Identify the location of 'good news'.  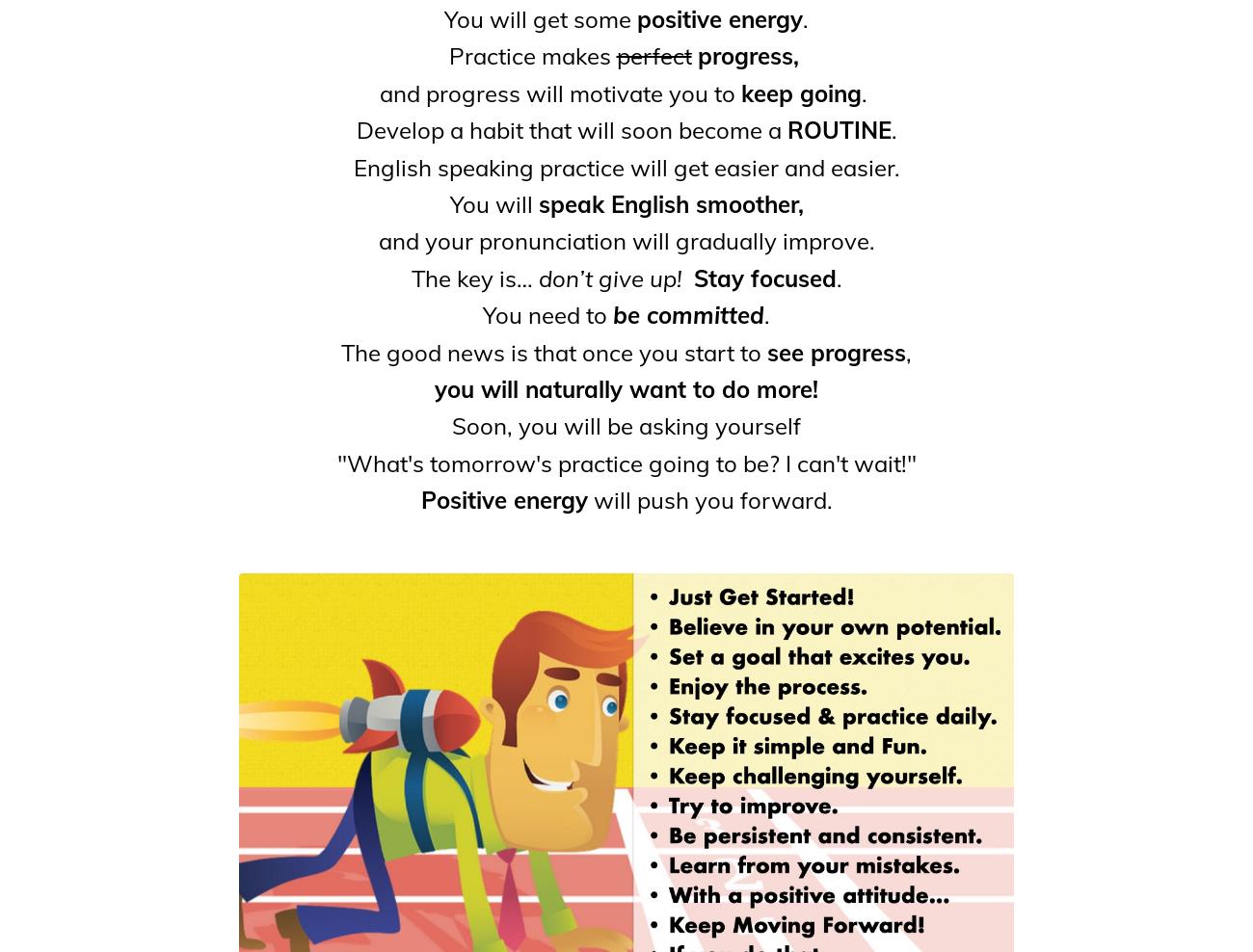
(387, 351).